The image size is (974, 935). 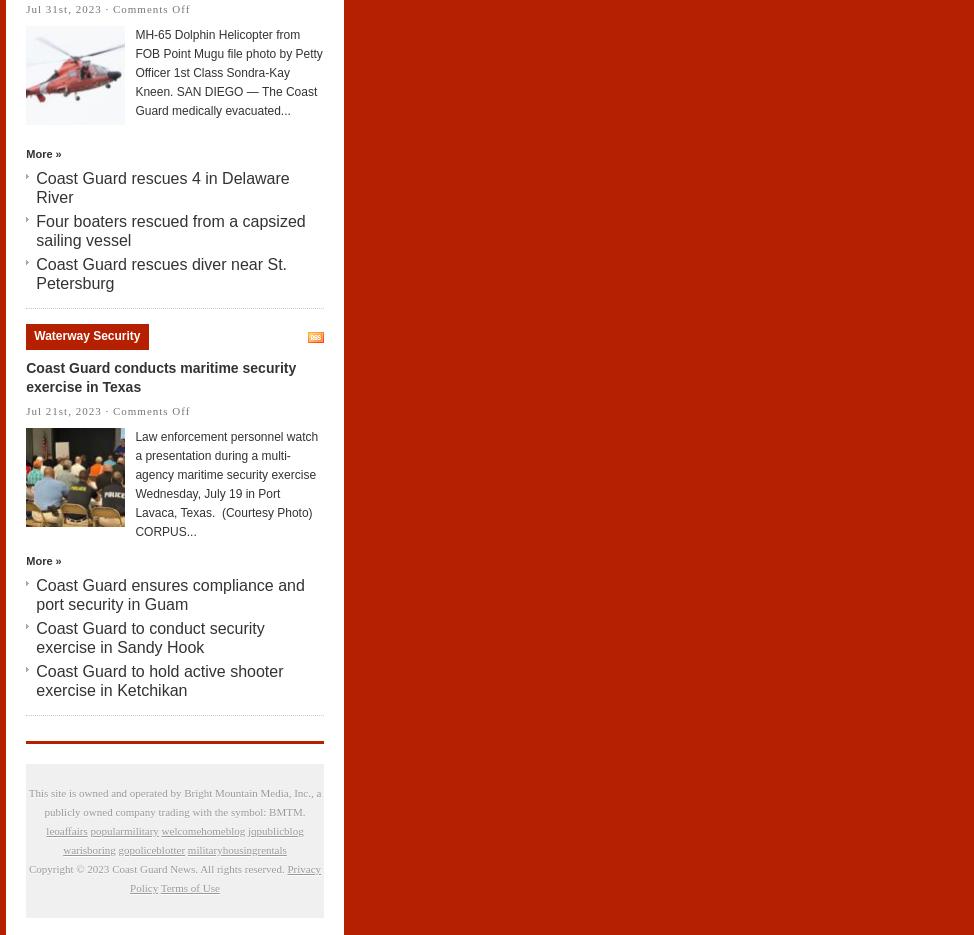 What do you see at coordinates (302, 811) in the screenshot?
I see `'.'` at bounding box center [302, 811].